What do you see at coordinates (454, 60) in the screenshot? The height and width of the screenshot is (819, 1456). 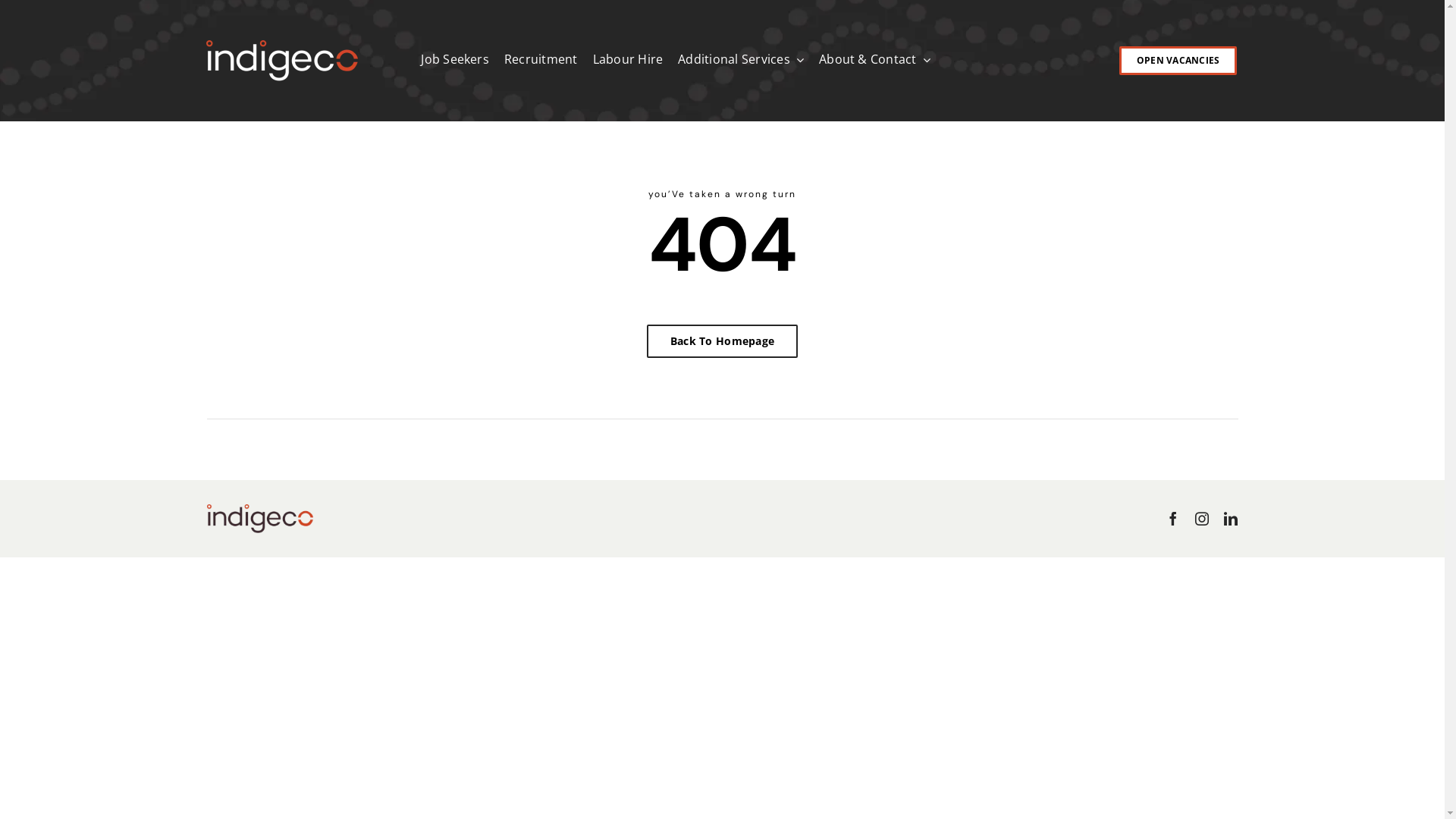 I see `'Job Seekers'` at bounding box center [454, 60].